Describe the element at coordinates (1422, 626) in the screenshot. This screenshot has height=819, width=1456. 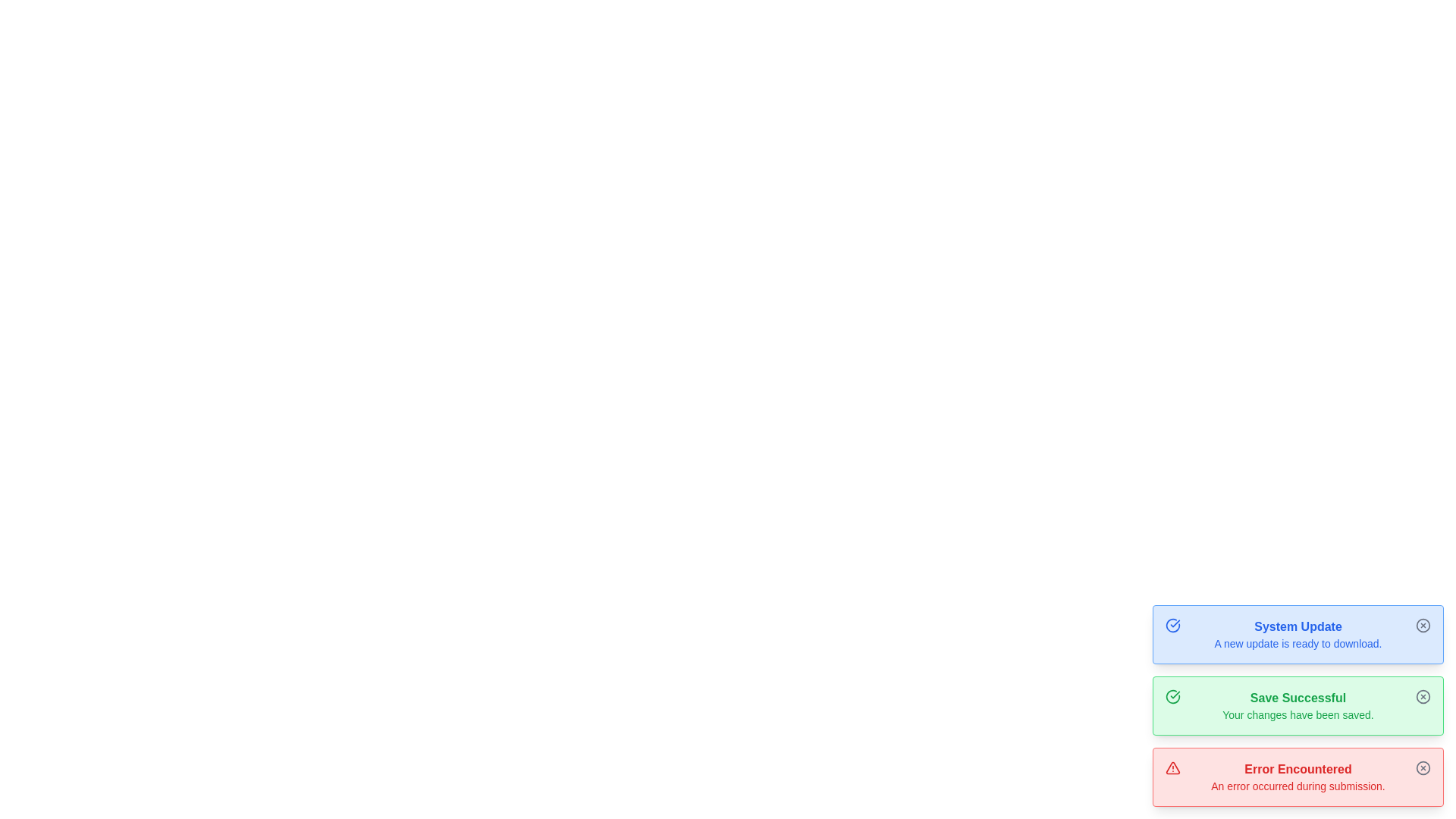
I see `the circular close button icon located in the top-right corner of the notification bar, which is part of an error or warning message indicator` at that location.